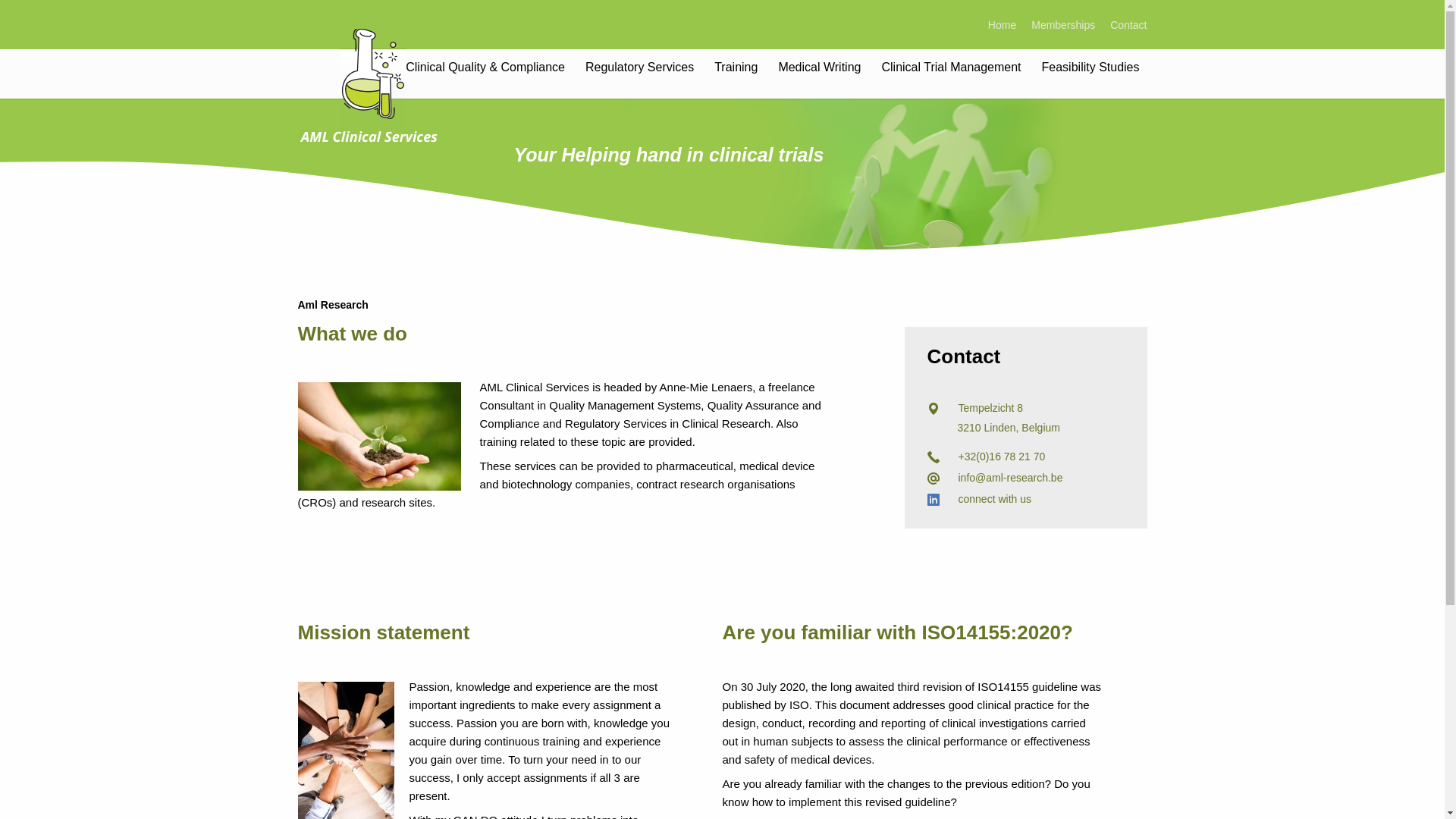  I want to click on 'Contact', so click(1121, 25).